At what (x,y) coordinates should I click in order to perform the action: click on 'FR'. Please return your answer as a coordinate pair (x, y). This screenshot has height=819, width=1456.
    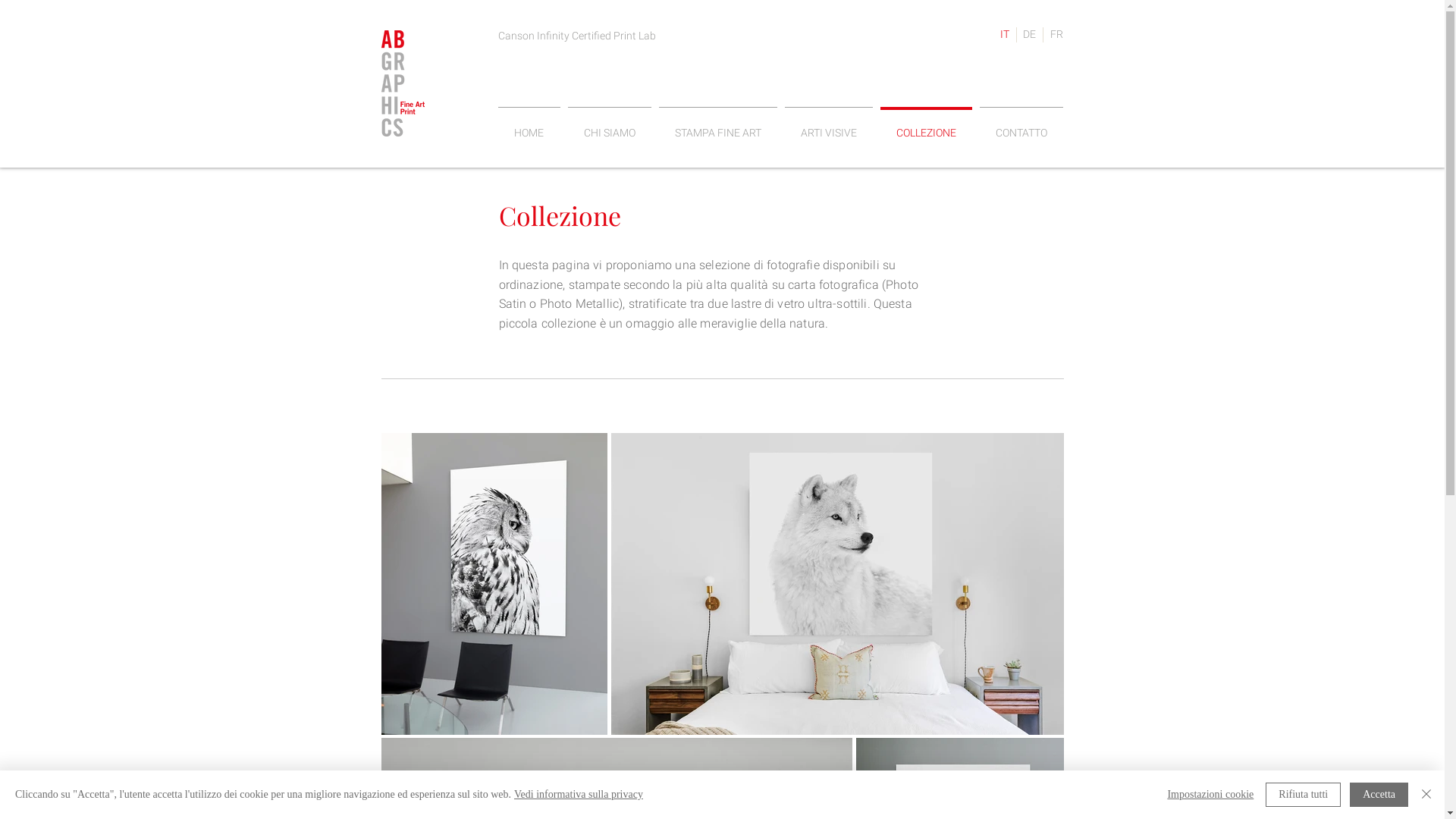
    Looking at the image, I should click on (1055, 34).